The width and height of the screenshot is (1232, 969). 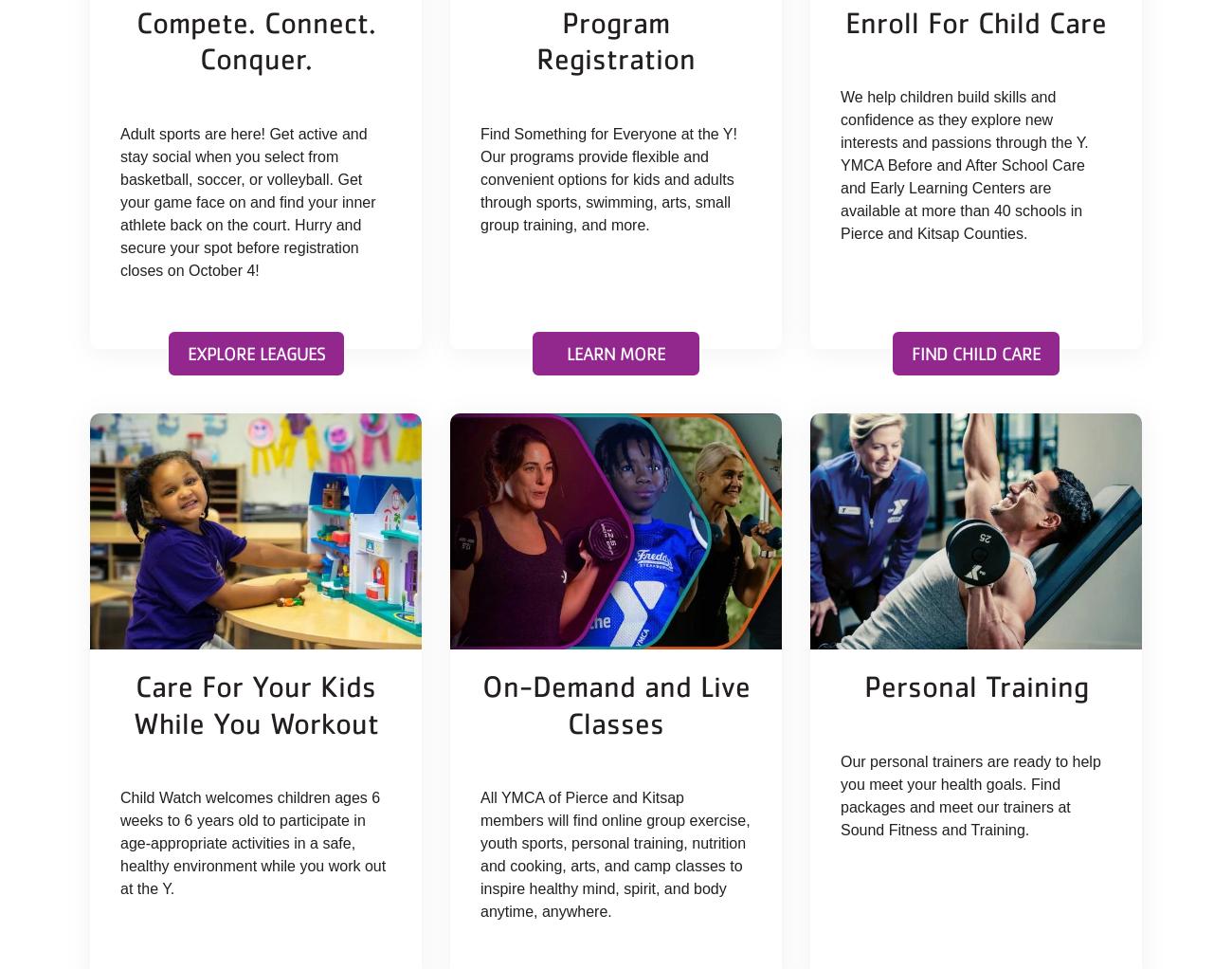 I want to click on 'Find Something for Everyone at the Y! Our programs provide flexible and convenient options for kids and adults through sports, swimming, arts, small group training, and more.', so click(x=480, y=178).